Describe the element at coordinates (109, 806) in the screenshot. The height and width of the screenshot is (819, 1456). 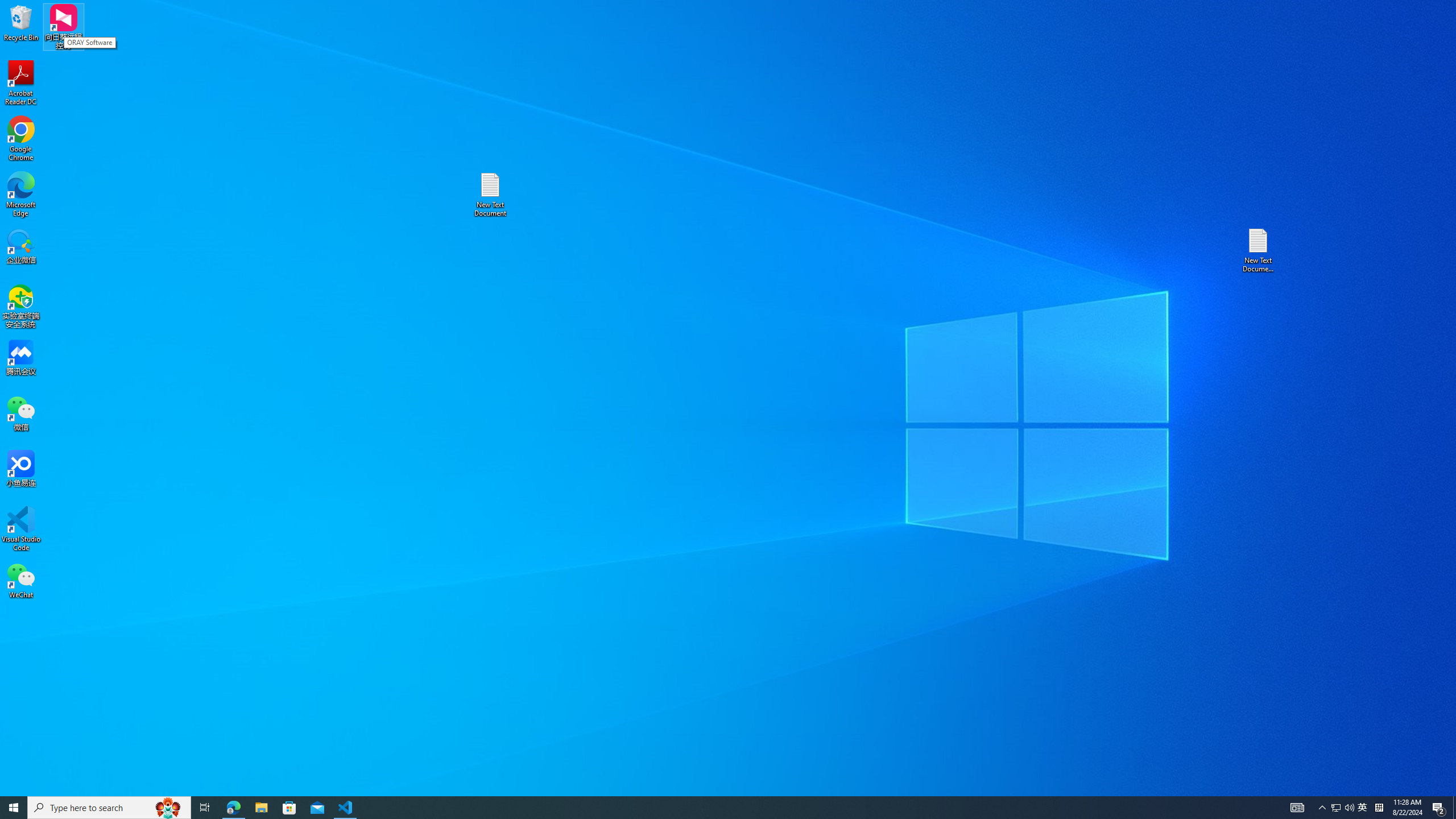
I see `'Type here to search'` at that location.